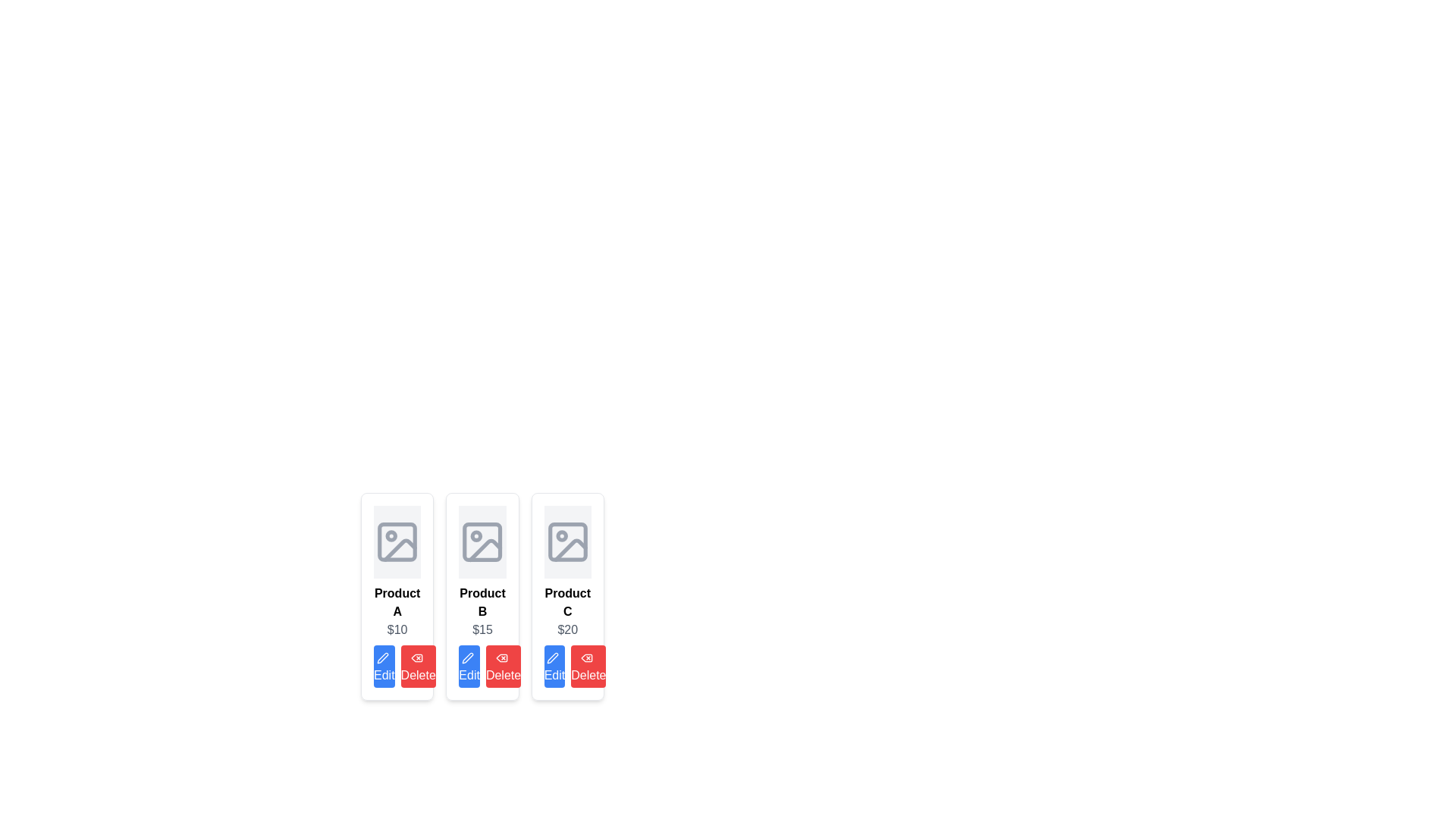 The height and width of the screenshot is (819, 1456). I want to click on the 'Edit' button located in the product card, which is positioned to the left of the 'Delete' button, to change its background color, so click(384, 666).